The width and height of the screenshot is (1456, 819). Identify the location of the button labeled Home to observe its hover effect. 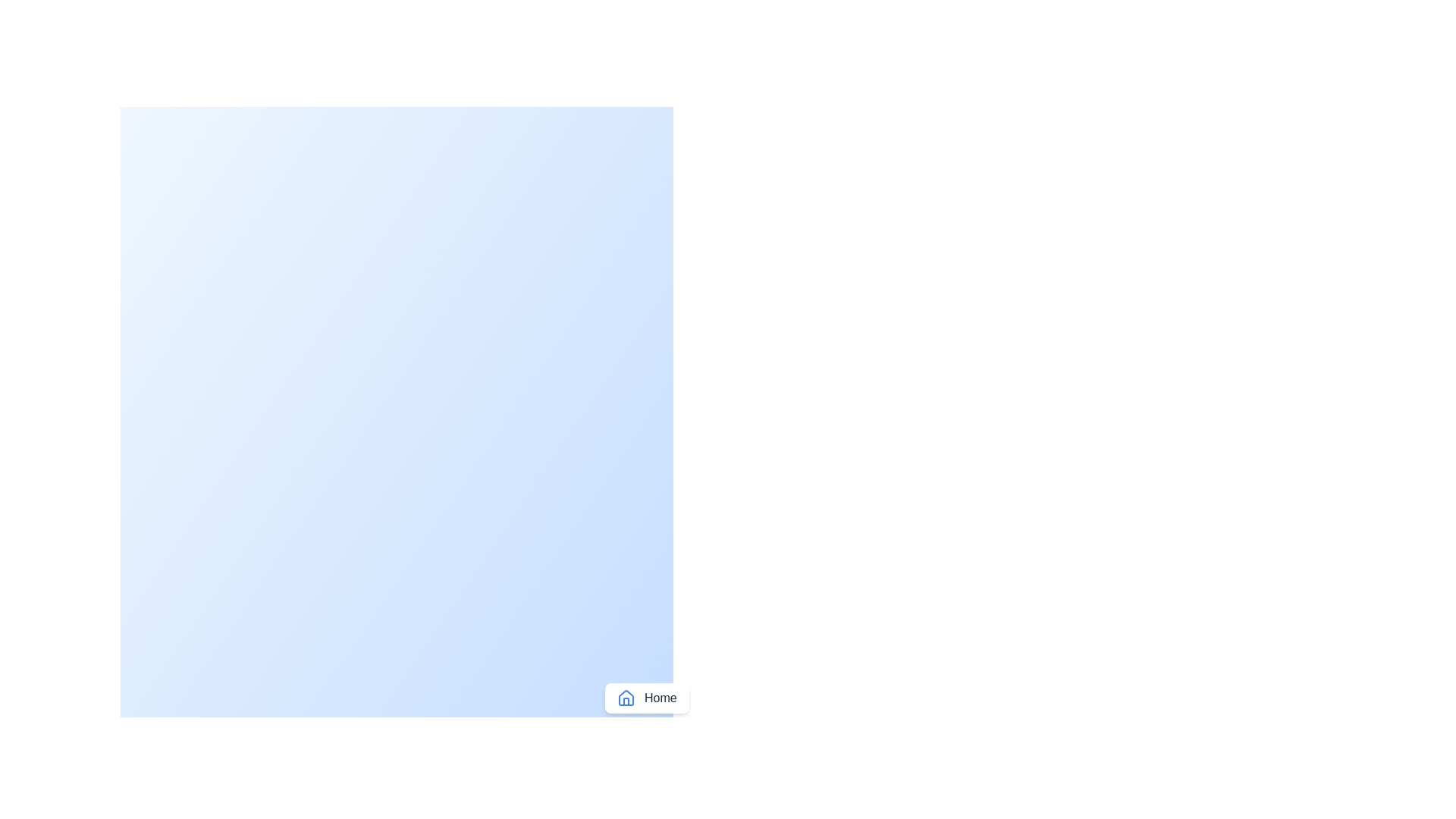
(647, 698).